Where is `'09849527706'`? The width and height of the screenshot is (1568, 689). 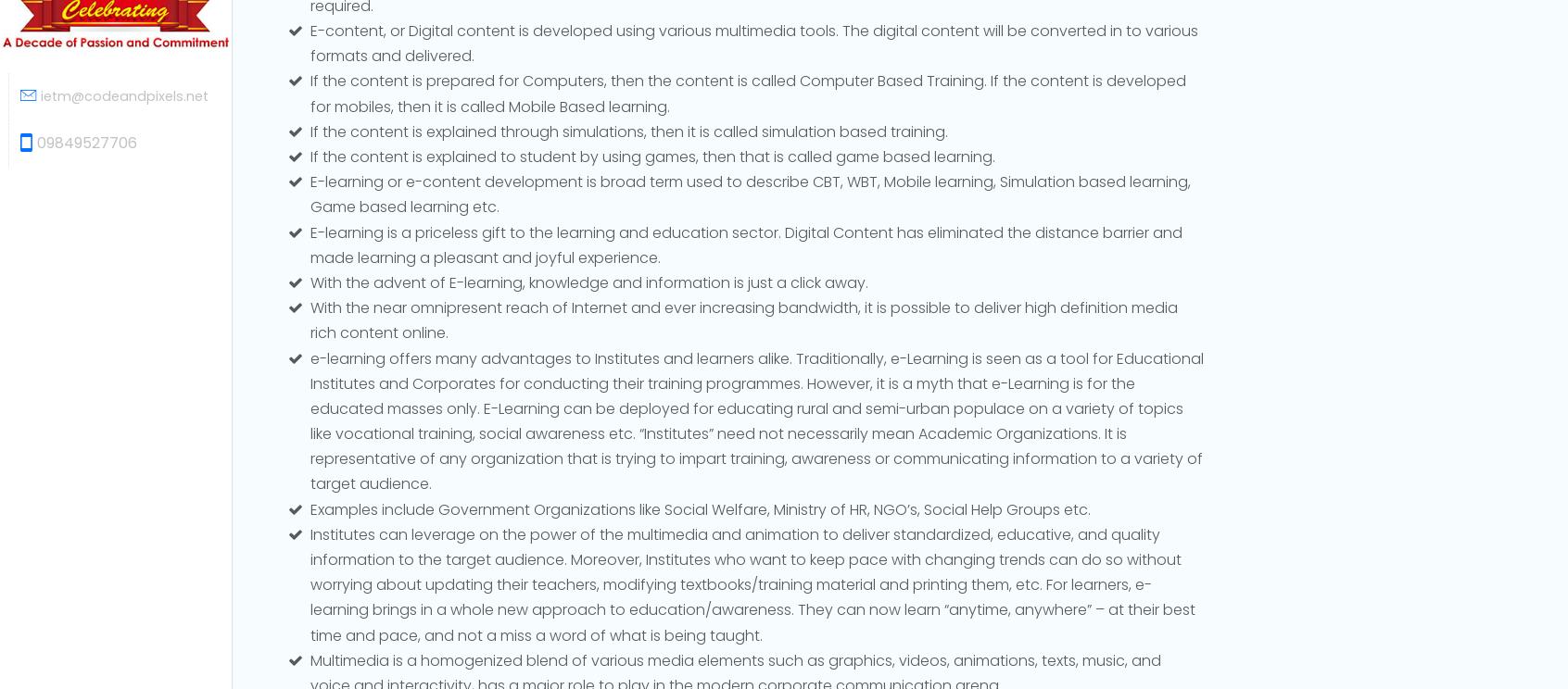 '09849527706' is located at coordinates (87, 36).